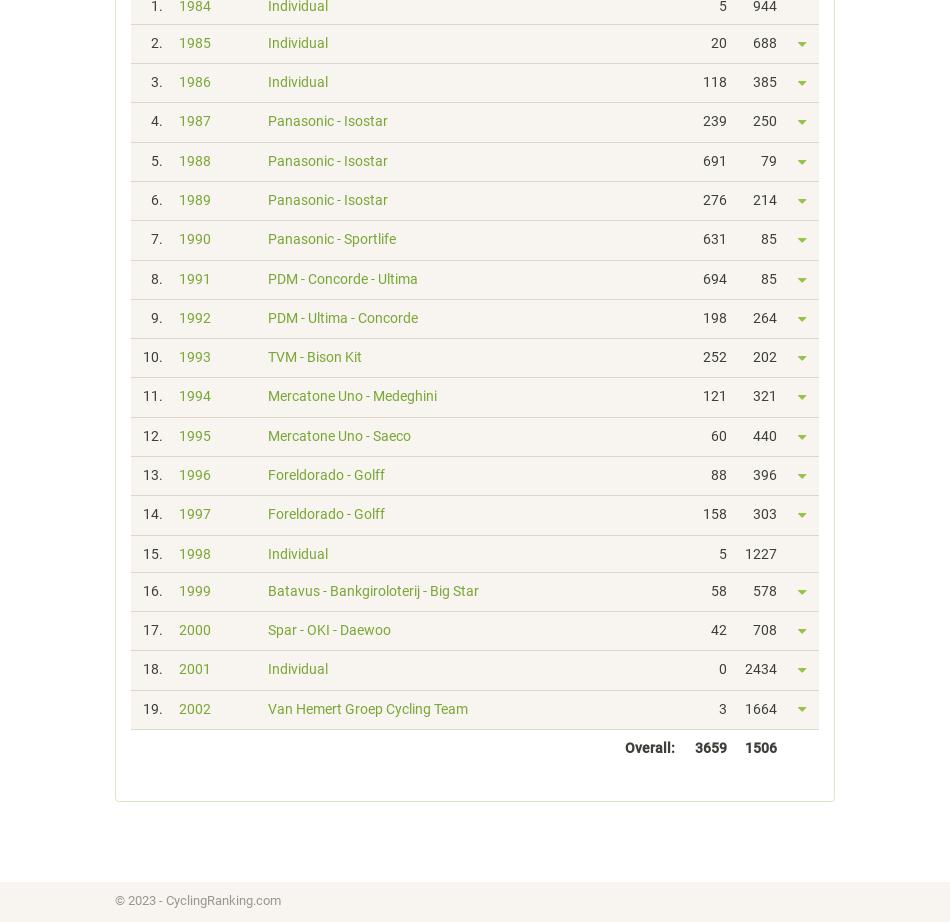 Image resolution: width=950 pixels, height=922 pixels. Describe the element at coordinates (764, 315) in the screenshot. I see `'264'` at that location.